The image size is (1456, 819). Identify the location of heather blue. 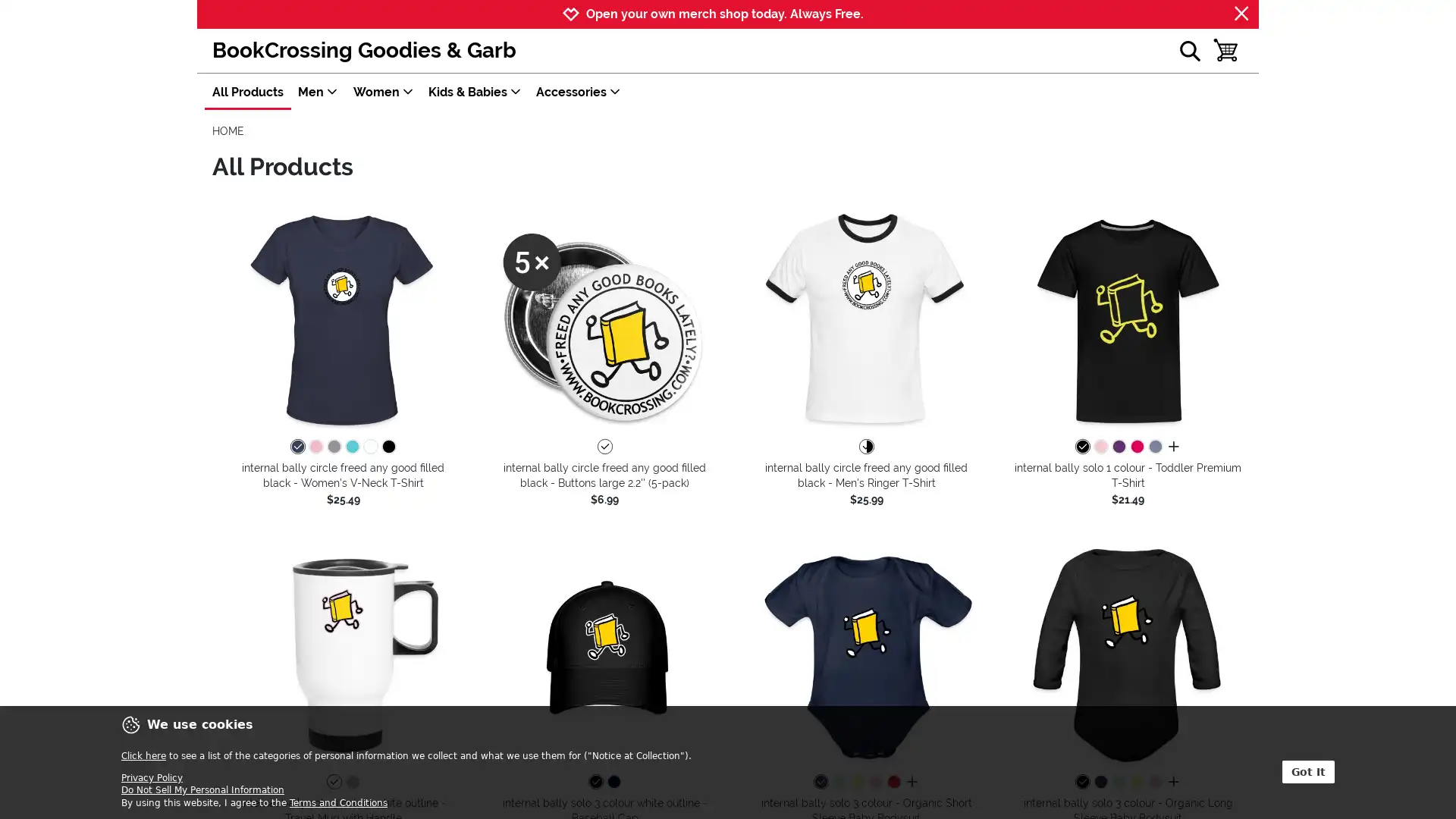
(1153, 447).